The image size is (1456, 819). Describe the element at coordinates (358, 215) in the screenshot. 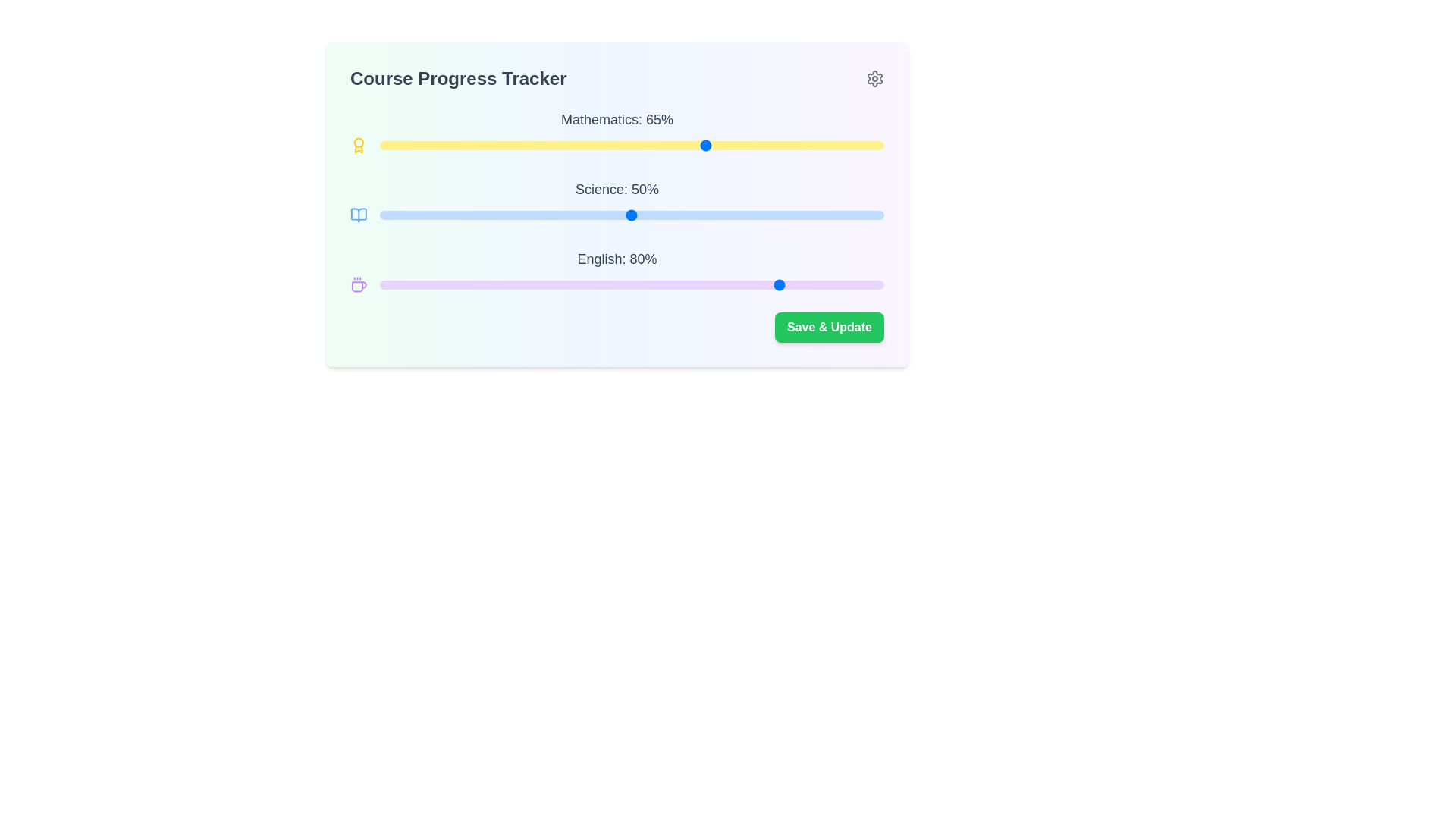

I see `the light blue book icon that is positioned to the left of the text label 'Science: 50%' and its blue progress bar, which visually associates it with the science progress tracker` at that location.